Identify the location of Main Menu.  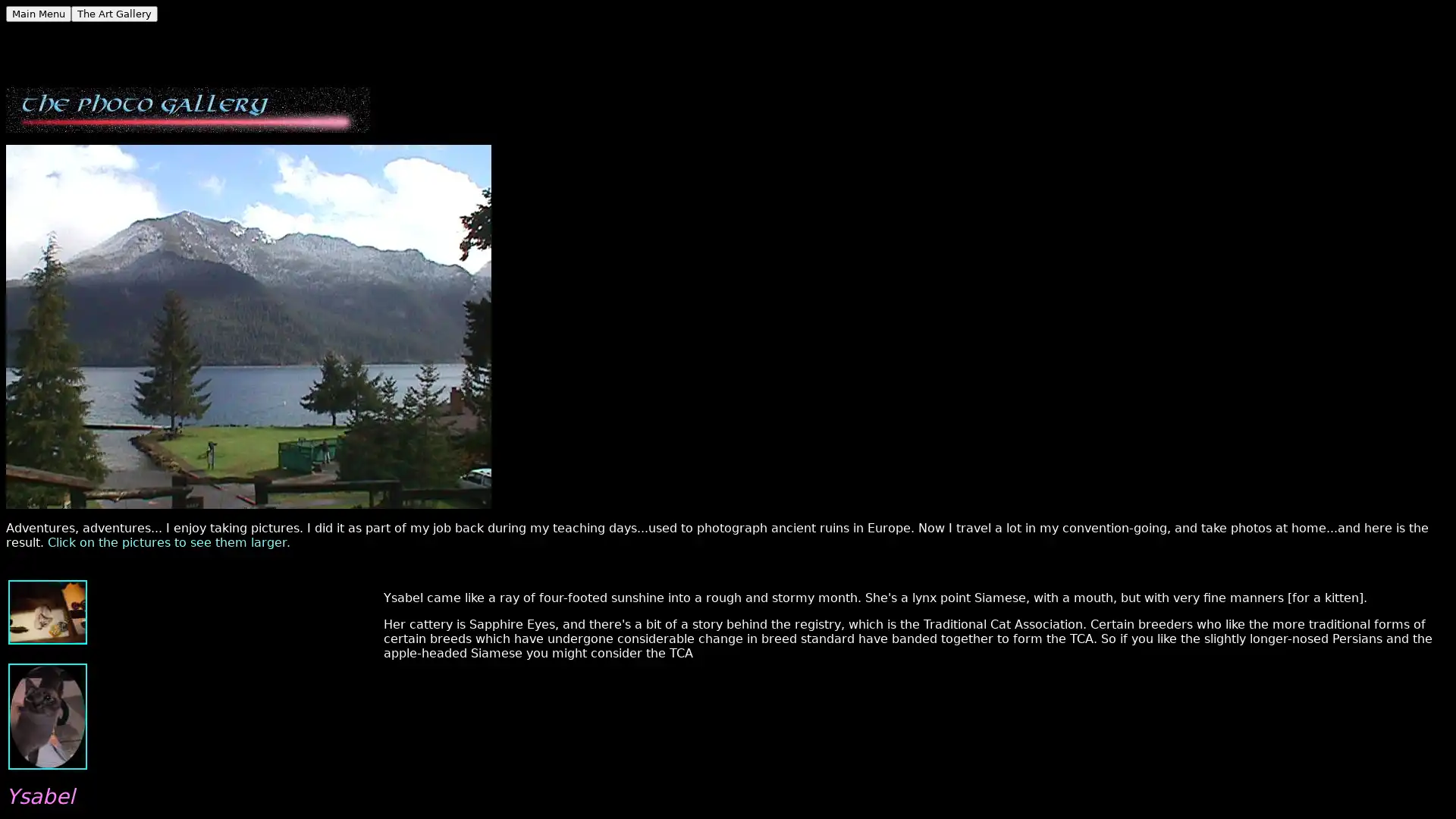
(39, 14).